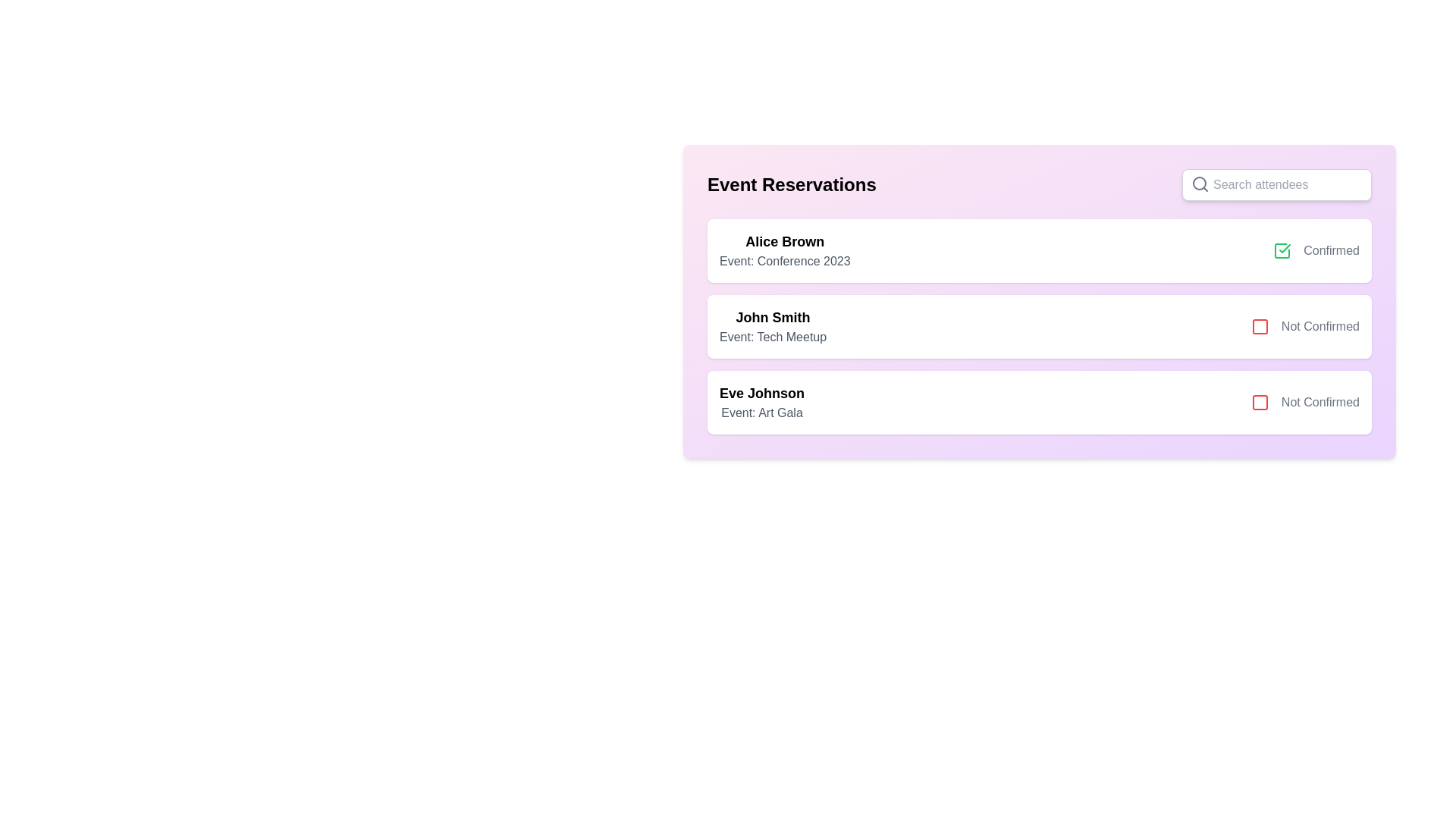 The width and height of the screenshot is (1456, 819). What do you see at coordinates (1260, 326) in the screenshot?
I see `'Not Confirmed' status icon in the second row of the 'Event Reservations' list for detailed information` at bounding box center [1260, 326].